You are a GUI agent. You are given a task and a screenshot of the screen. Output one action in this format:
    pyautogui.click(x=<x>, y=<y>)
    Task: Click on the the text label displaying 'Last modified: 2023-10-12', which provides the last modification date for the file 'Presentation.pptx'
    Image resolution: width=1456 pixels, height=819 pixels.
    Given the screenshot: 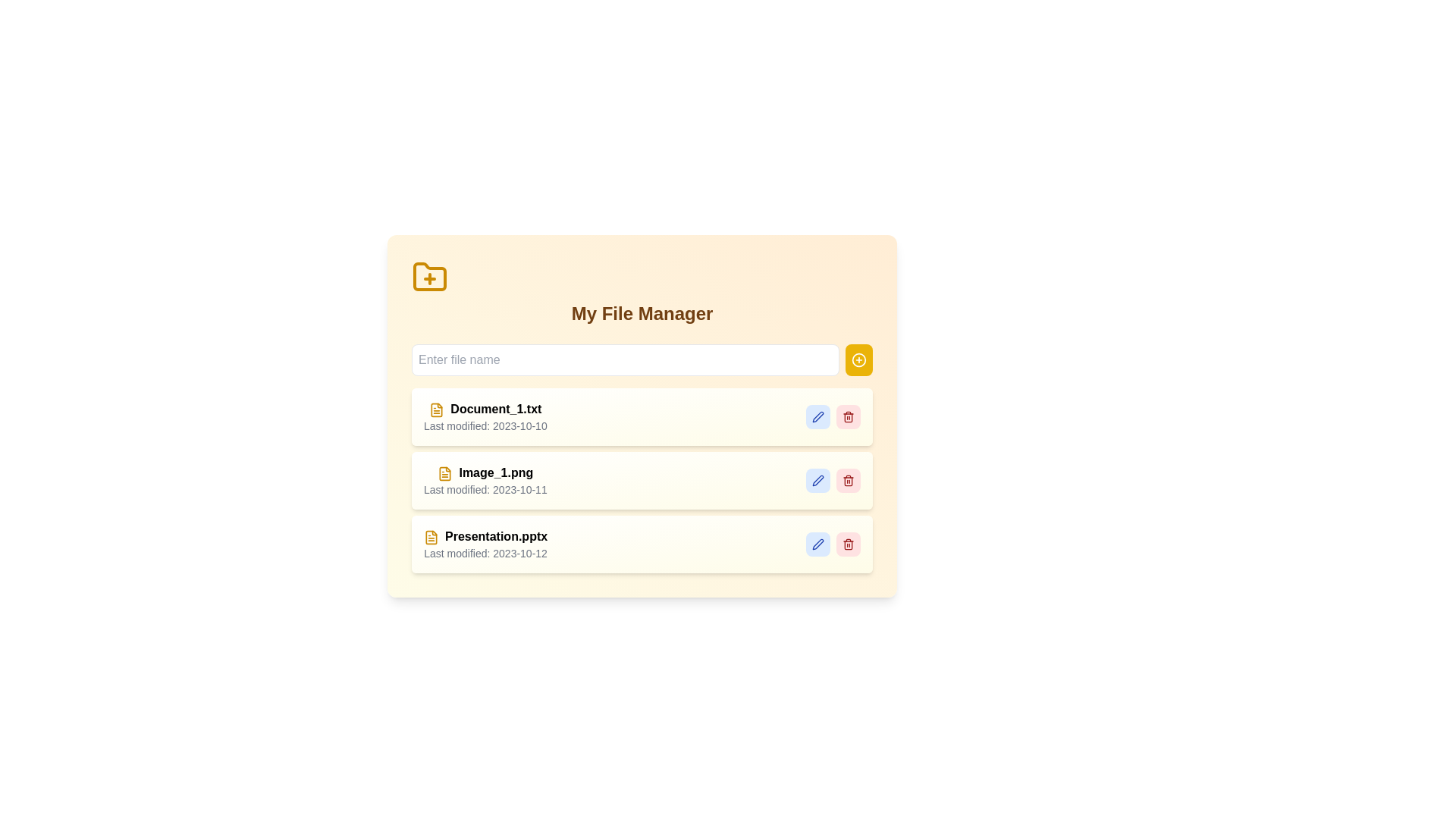 What is the action you would take?
    pyautogui.click(x=485, y=553)
    